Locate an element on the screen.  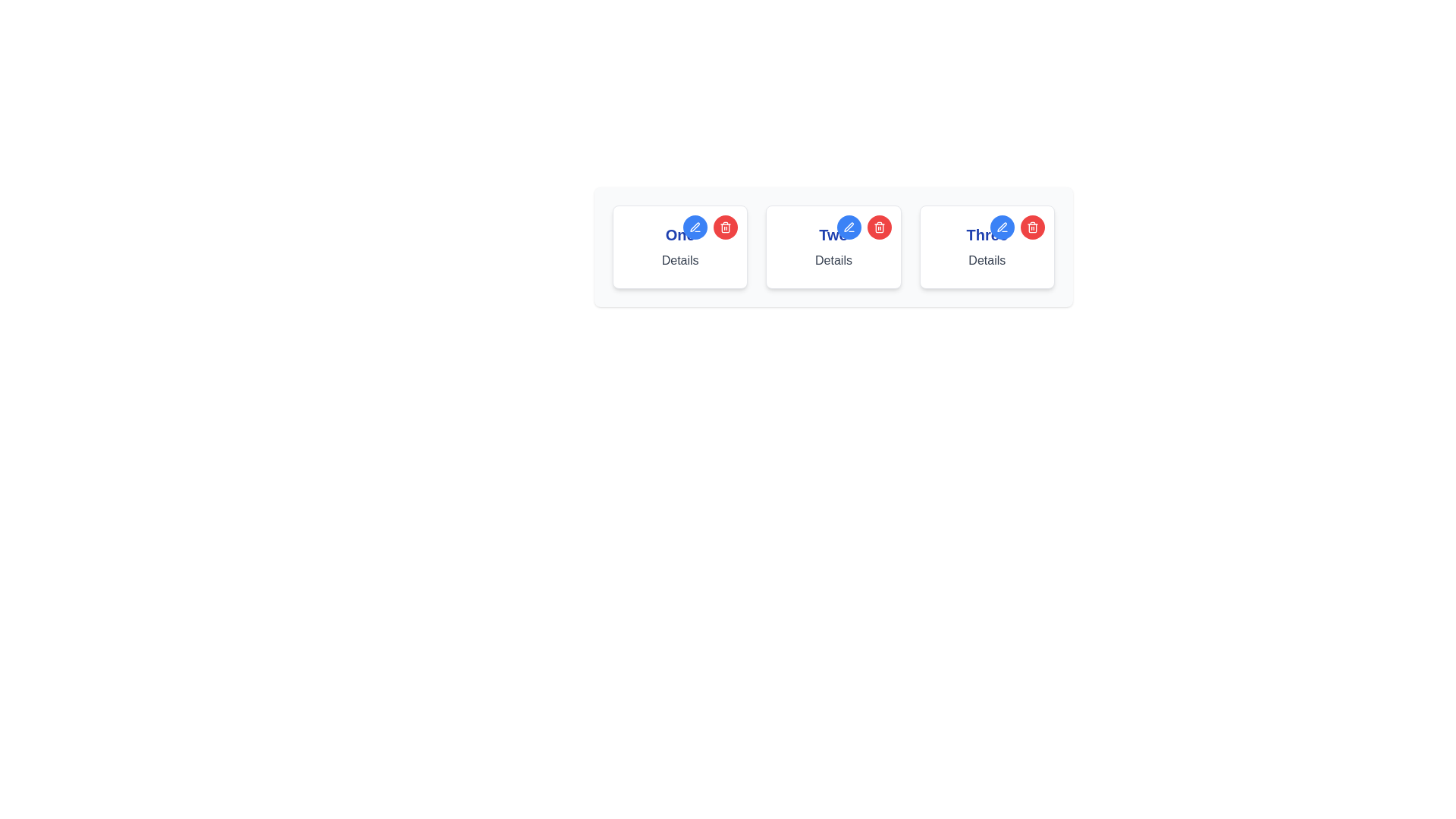
the static text label located in the middle card, which provides brief textual information about the card's content, situated directly below the title 'Two' is located at coordinates (833, 259).